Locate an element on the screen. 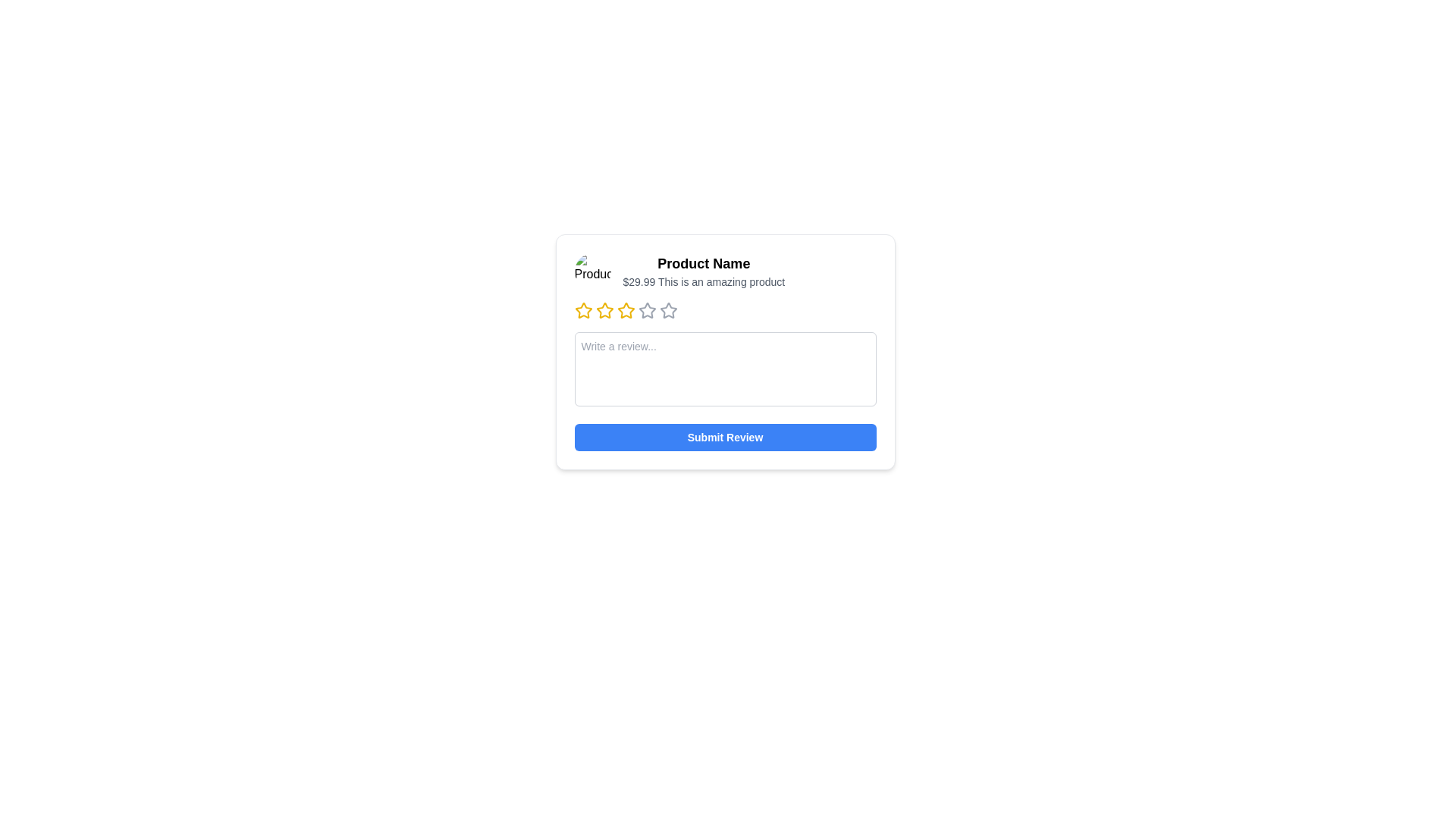  the static text display that shows the price and product description, located directly below the 'Product Name' title is located at coordinates (703, 281).